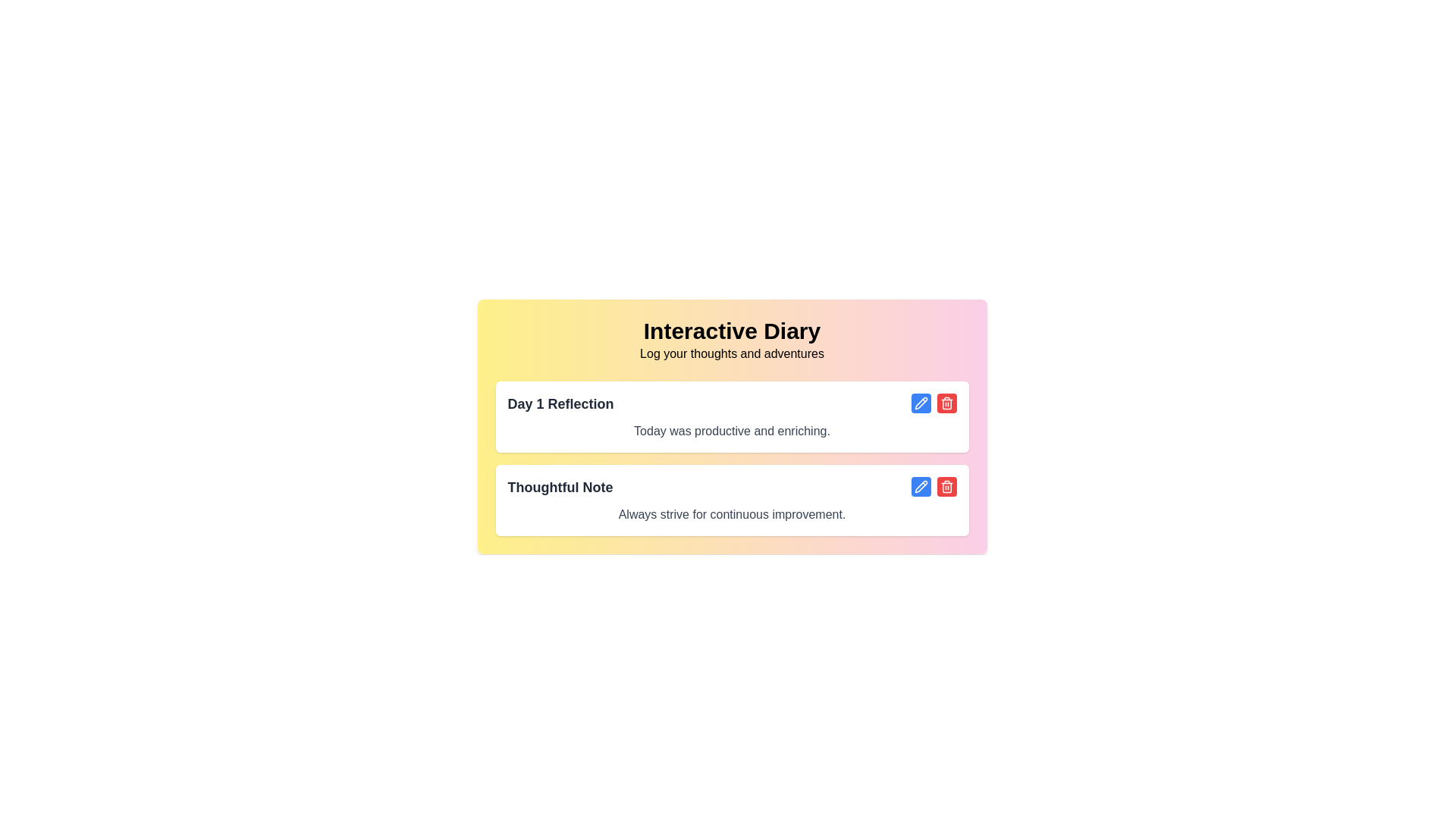 The height and width of the screenshot is (819, 1456). Describe the element at coordinates (732, 513) in the screenshot. I see `the motivational text label within the 'Thoughtful Note' section, which is centrally positioned beneath the section title and above editing buttons` at that location.